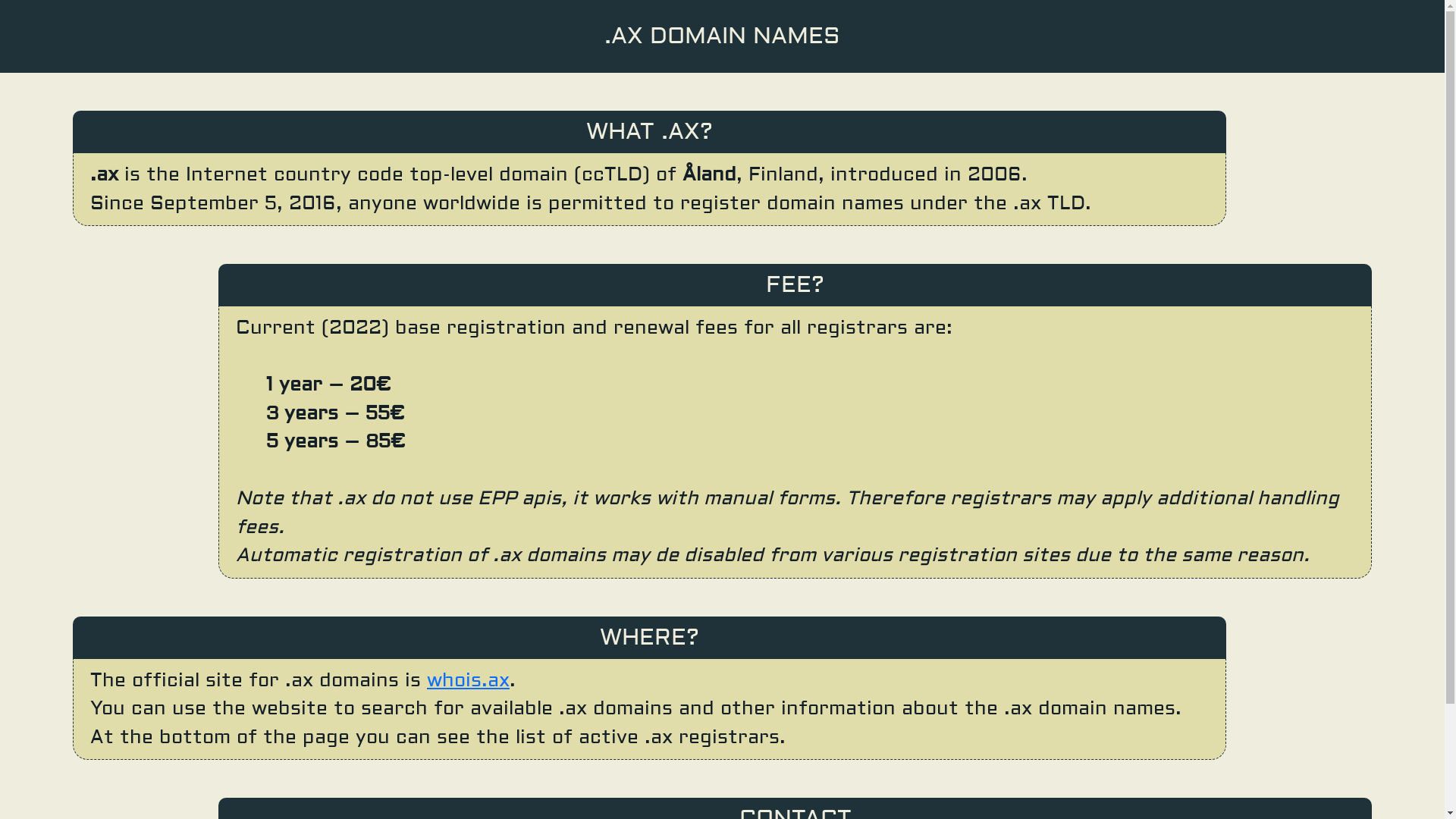  What do you see at coordinates (467, 679) in the screenshot?
I see `'whois.ax'` at bounding box center [467, 679].